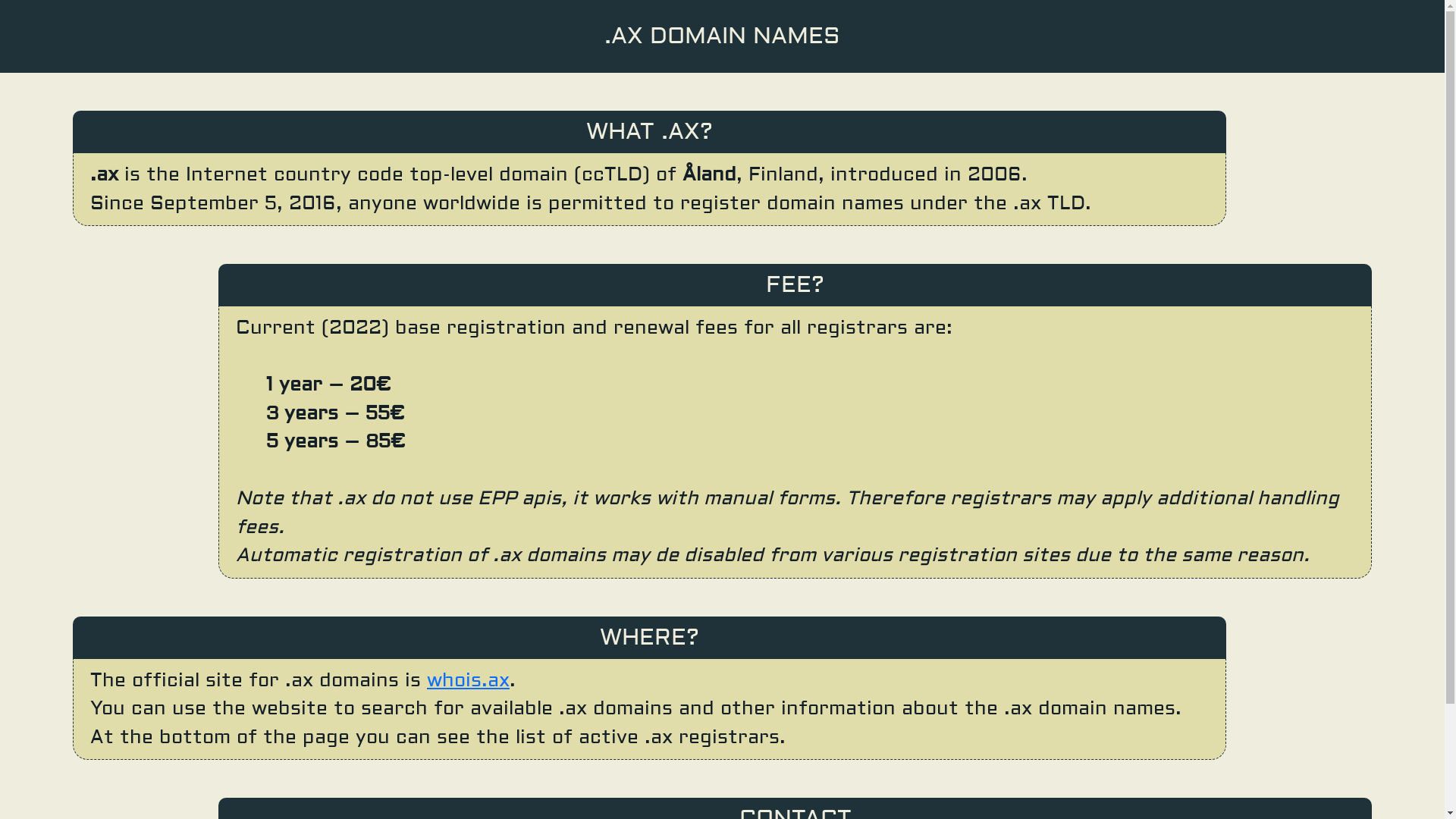  What do you see at coordinates (467, 679) in the screenshot?
I see `'whois.ax'` at bounding box center [467, 679].